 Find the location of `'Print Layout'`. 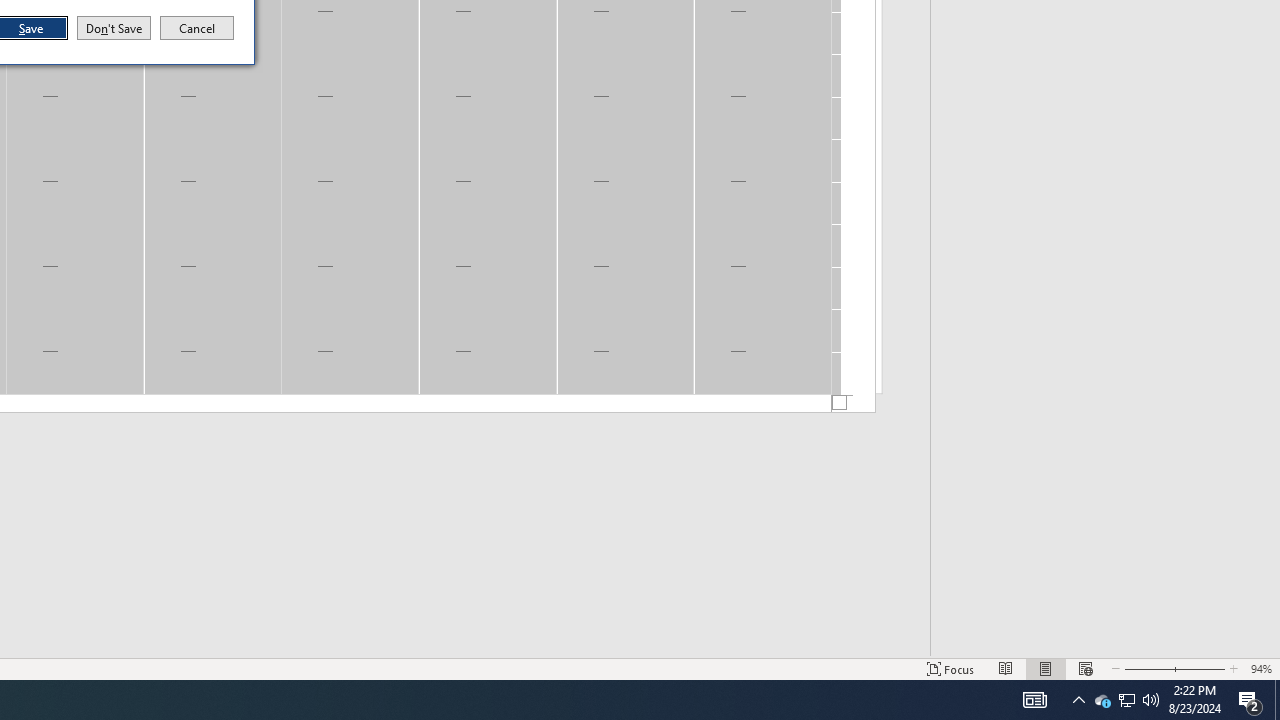

'Print Layout' is located at coordinates (1045, 669).